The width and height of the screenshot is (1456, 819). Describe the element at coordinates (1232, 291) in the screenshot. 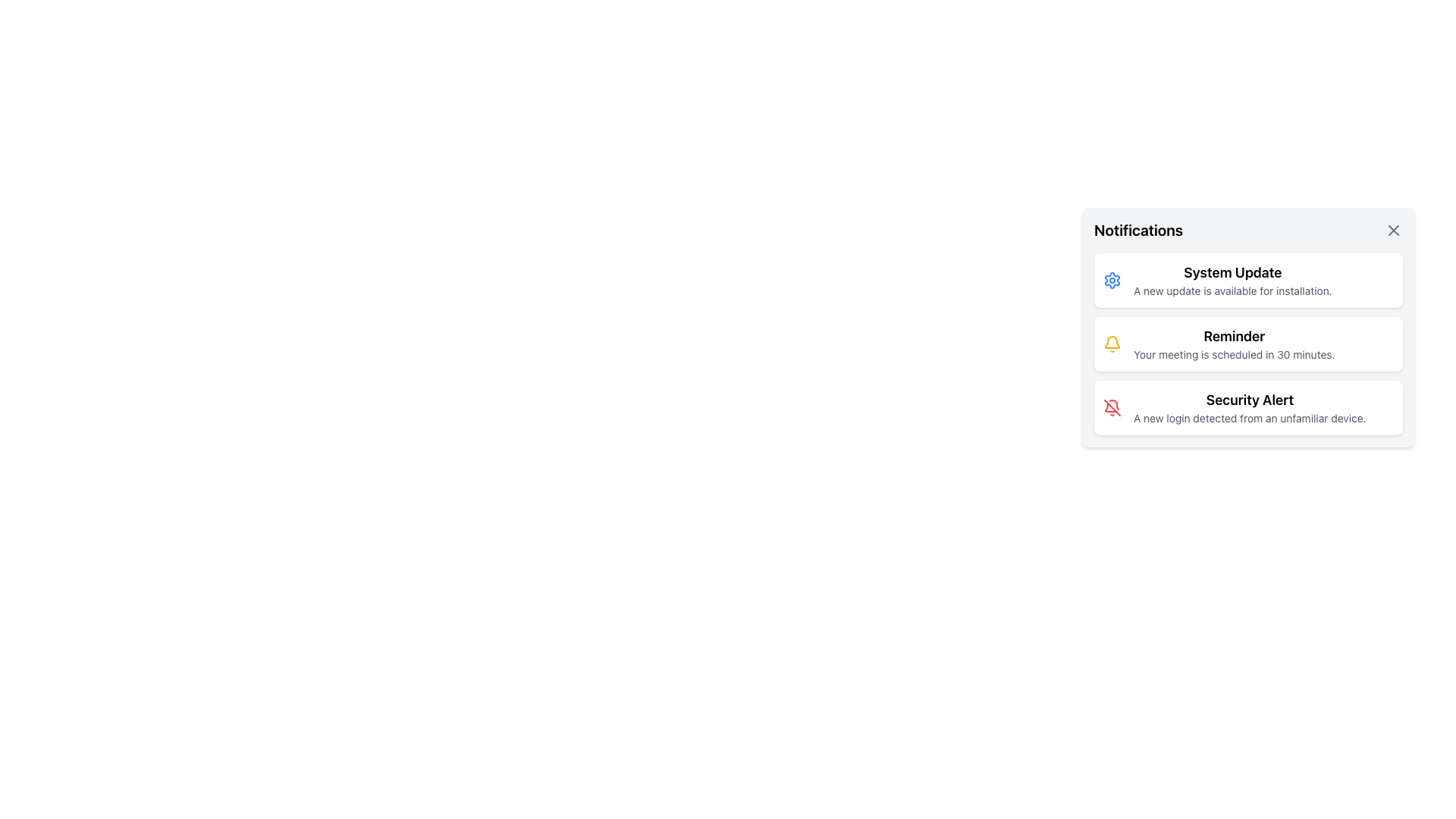

I see `descriptive text label located within the notification modal under the 'System Update' section, positioned directly beneath the 'System Update' title` at that location.